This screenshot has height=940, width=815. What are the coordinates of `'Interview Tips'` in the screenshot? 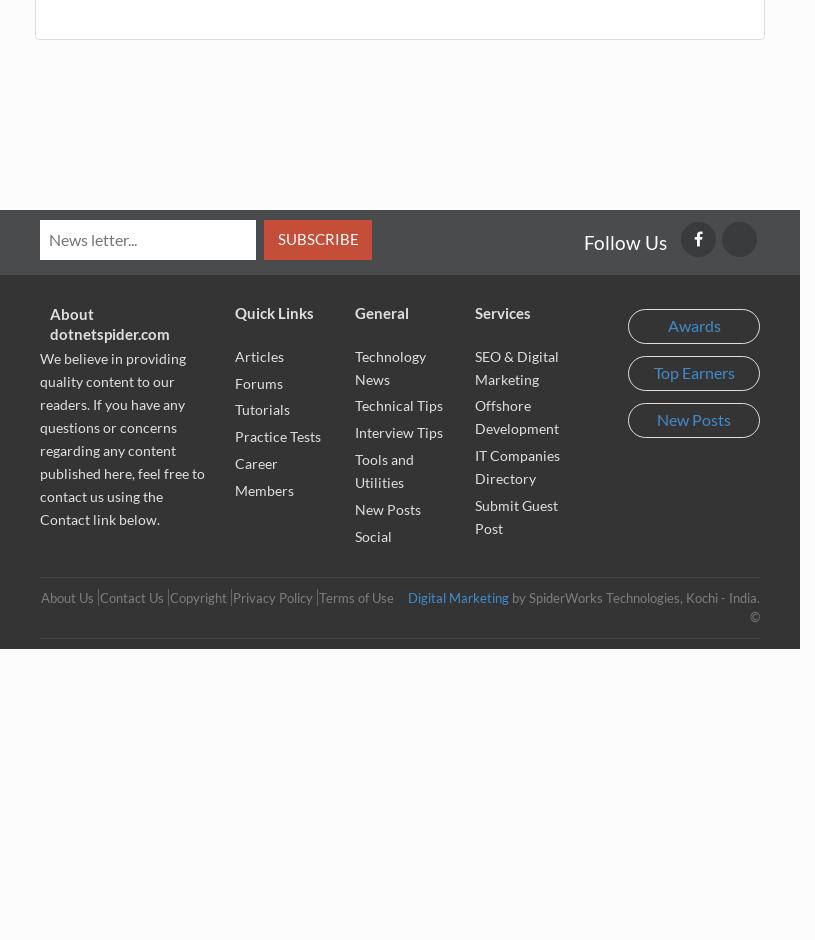 It's located at (398, 431).